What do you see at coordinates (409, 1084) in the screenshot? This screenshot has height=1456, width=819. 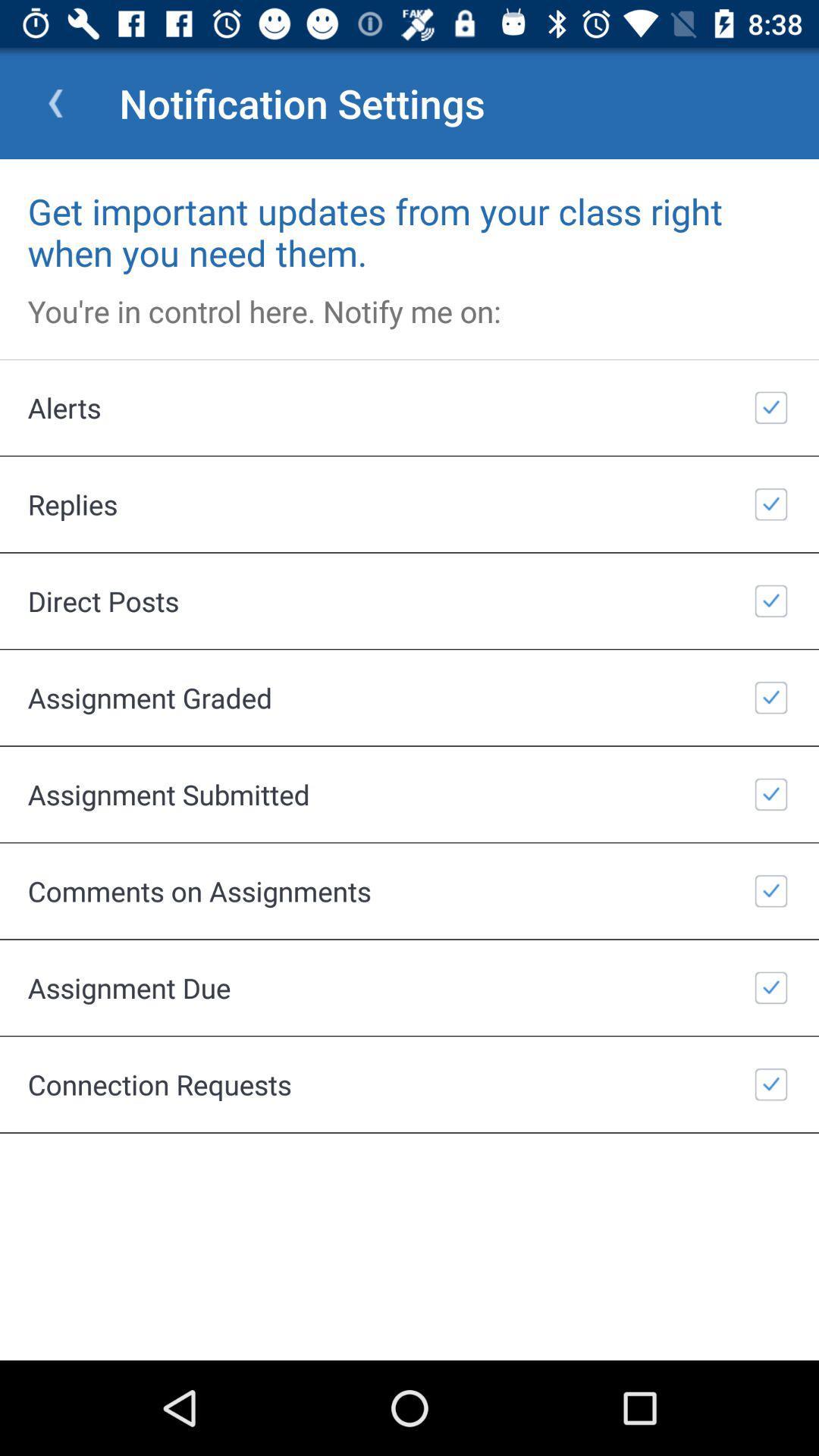 I see `item below assignment due` at bounding box center [409, 1084].